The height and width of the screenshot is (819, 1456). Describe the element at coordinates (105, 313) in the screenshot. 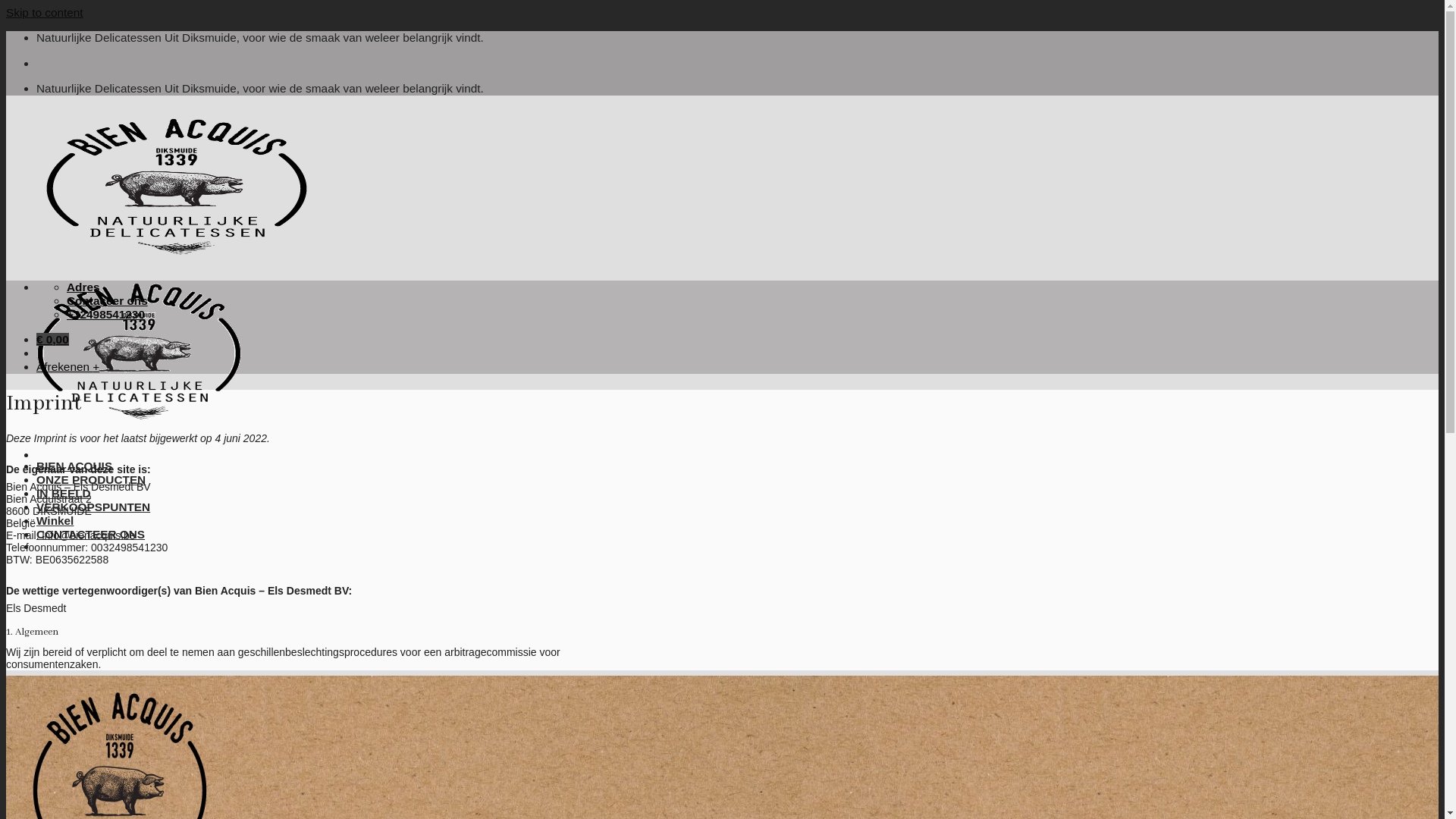

I see `'+32498541230'` at that location.